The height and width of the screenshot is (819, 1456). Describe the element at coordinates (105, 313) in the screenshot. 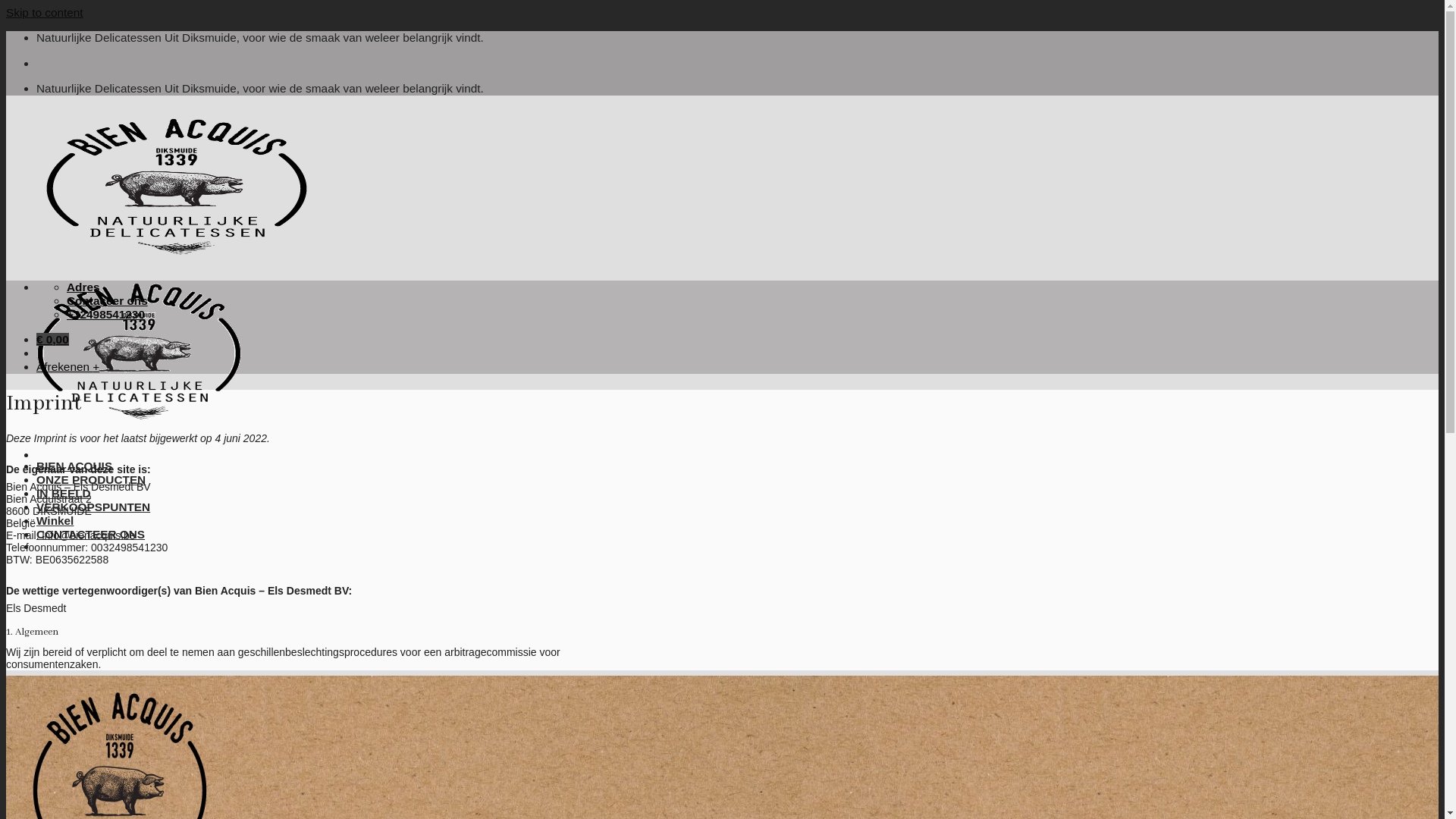

I see `'+32498541230'` at that location.